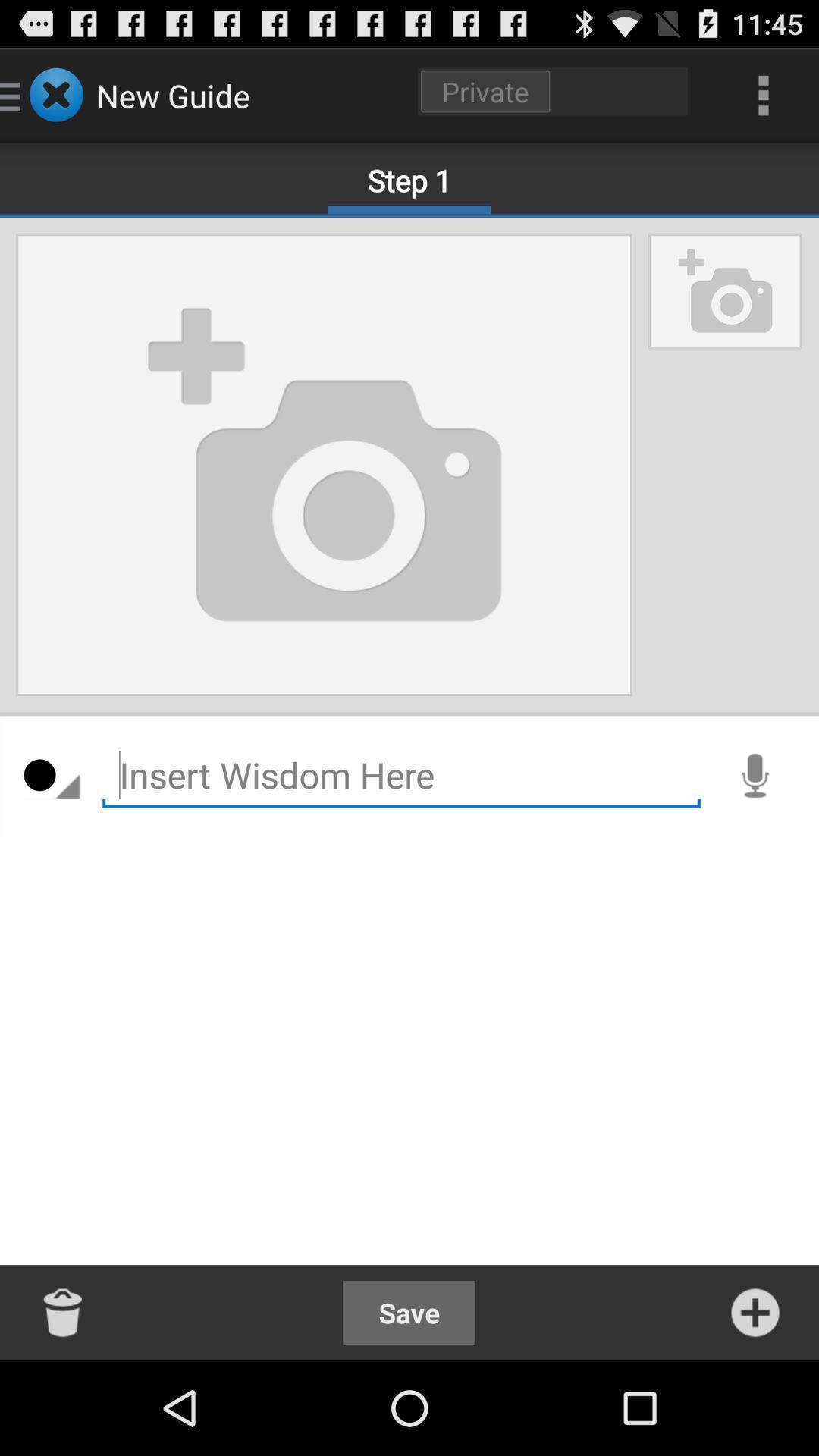 The height and width of the screenshot is (1456, 819). What do you see at coordinates (408, 1312) in the screenshot?
I see `the save button` at bounding box center [408, 1312].